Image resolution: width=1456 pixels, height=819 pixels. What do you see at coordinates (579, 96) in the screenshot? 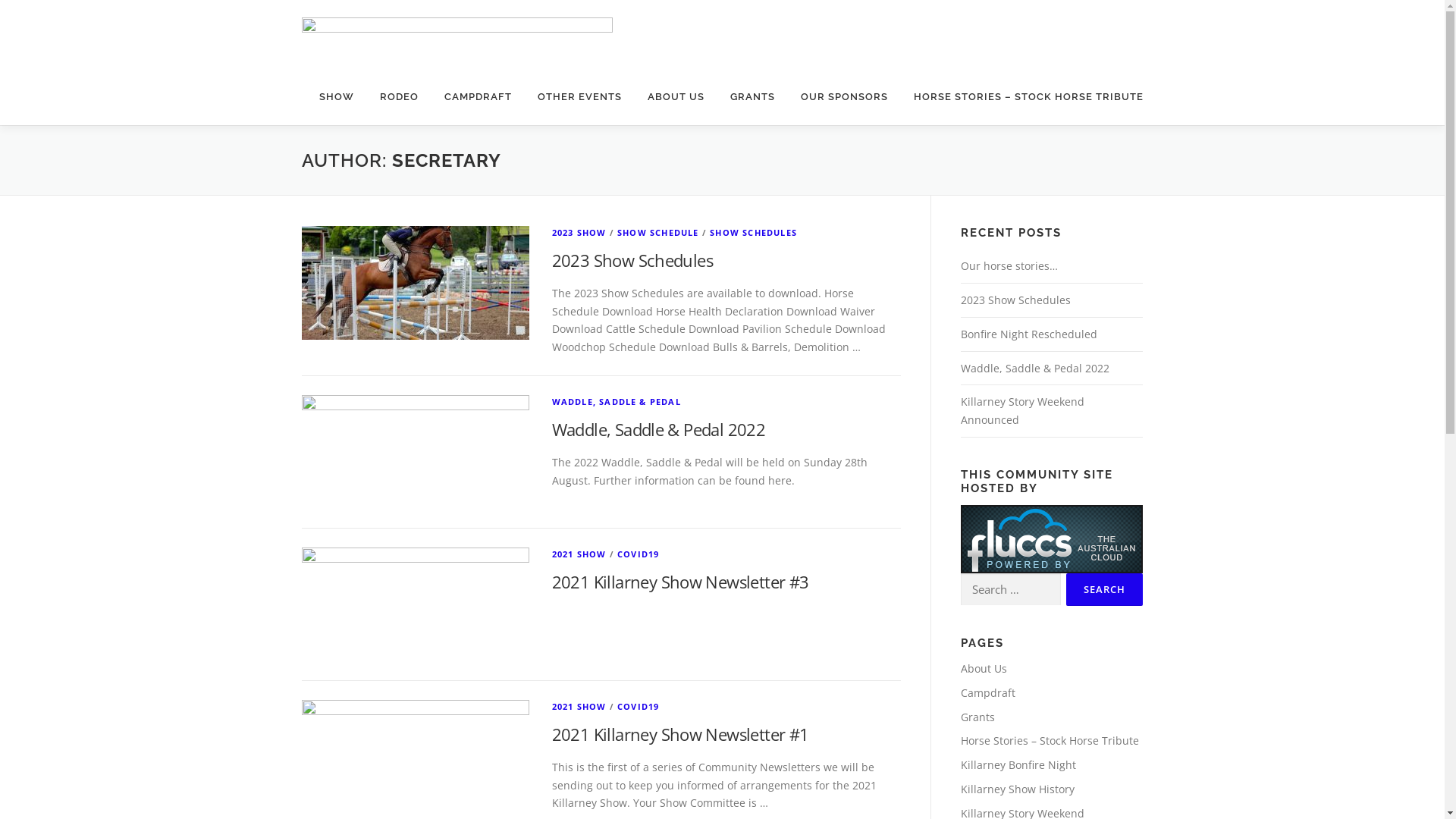
I see `'OTHER EVENTS'` at bounding box center [579, 96].